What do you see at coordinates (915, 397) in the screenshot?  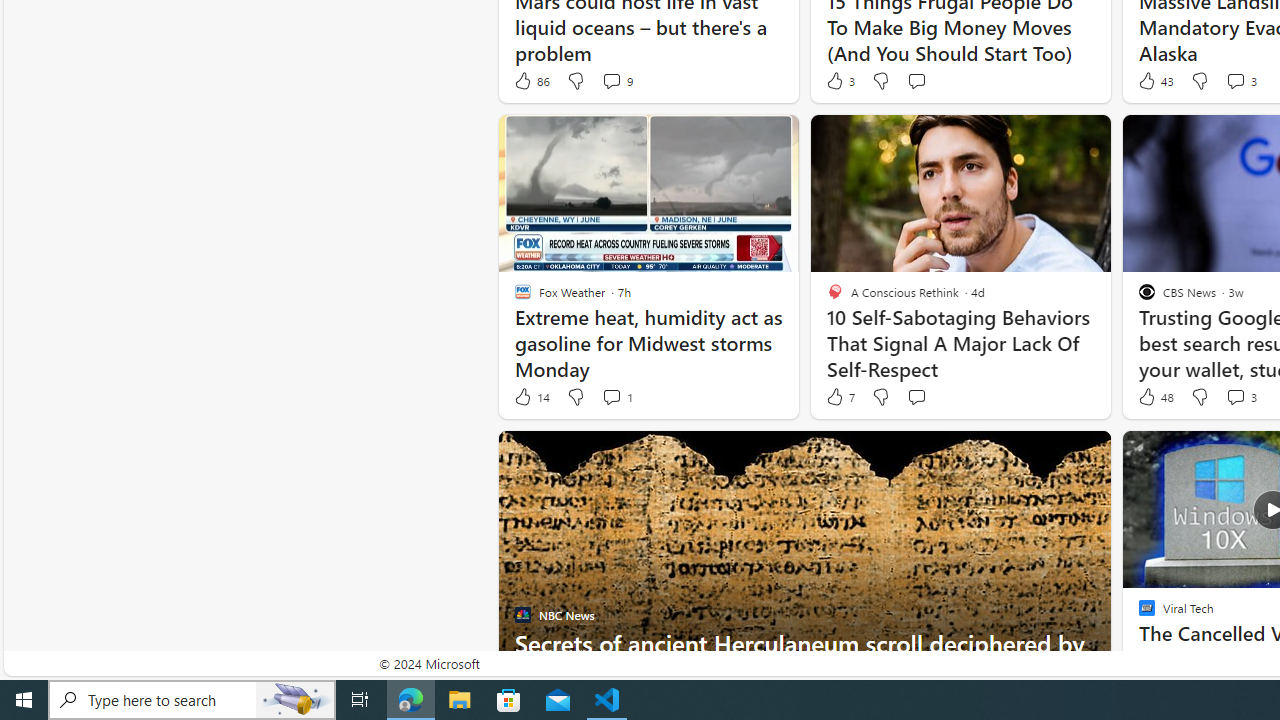 I see `'Start the conversation'` at bounding box center [915, 397].